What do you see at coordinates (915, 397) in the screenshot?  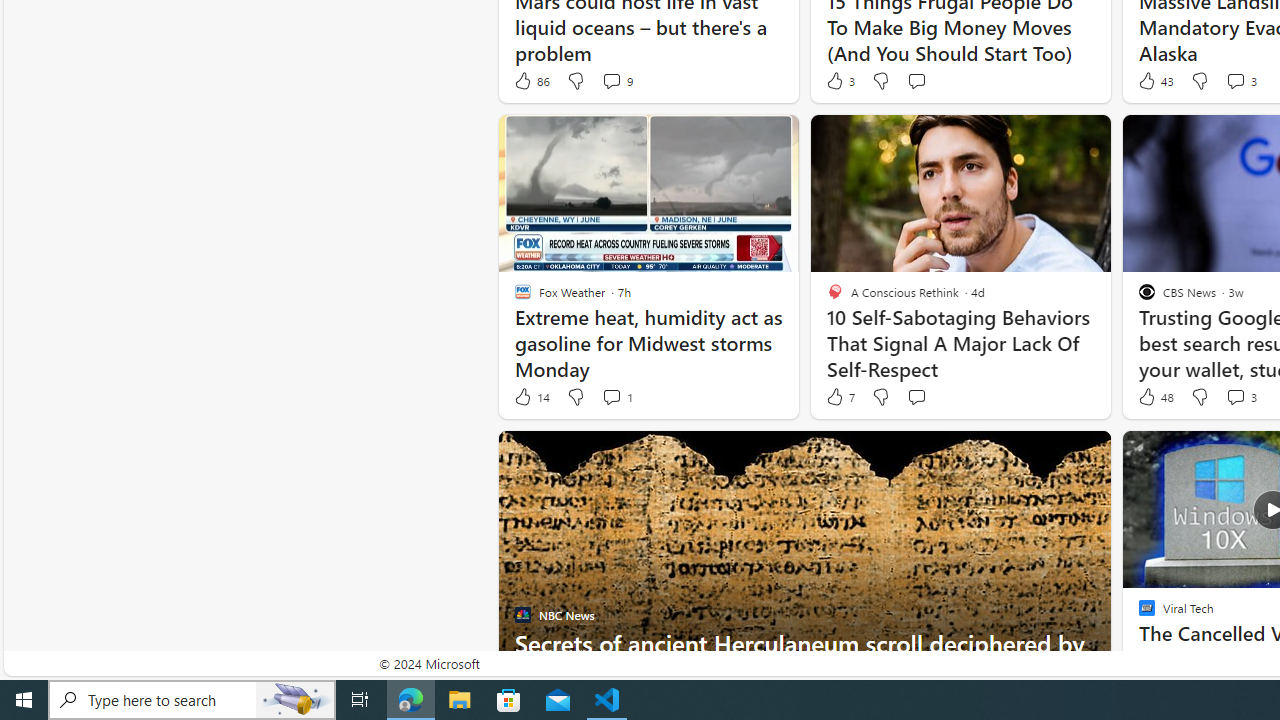 I see `'Start the conversation'` at bounding box center [915, 397].